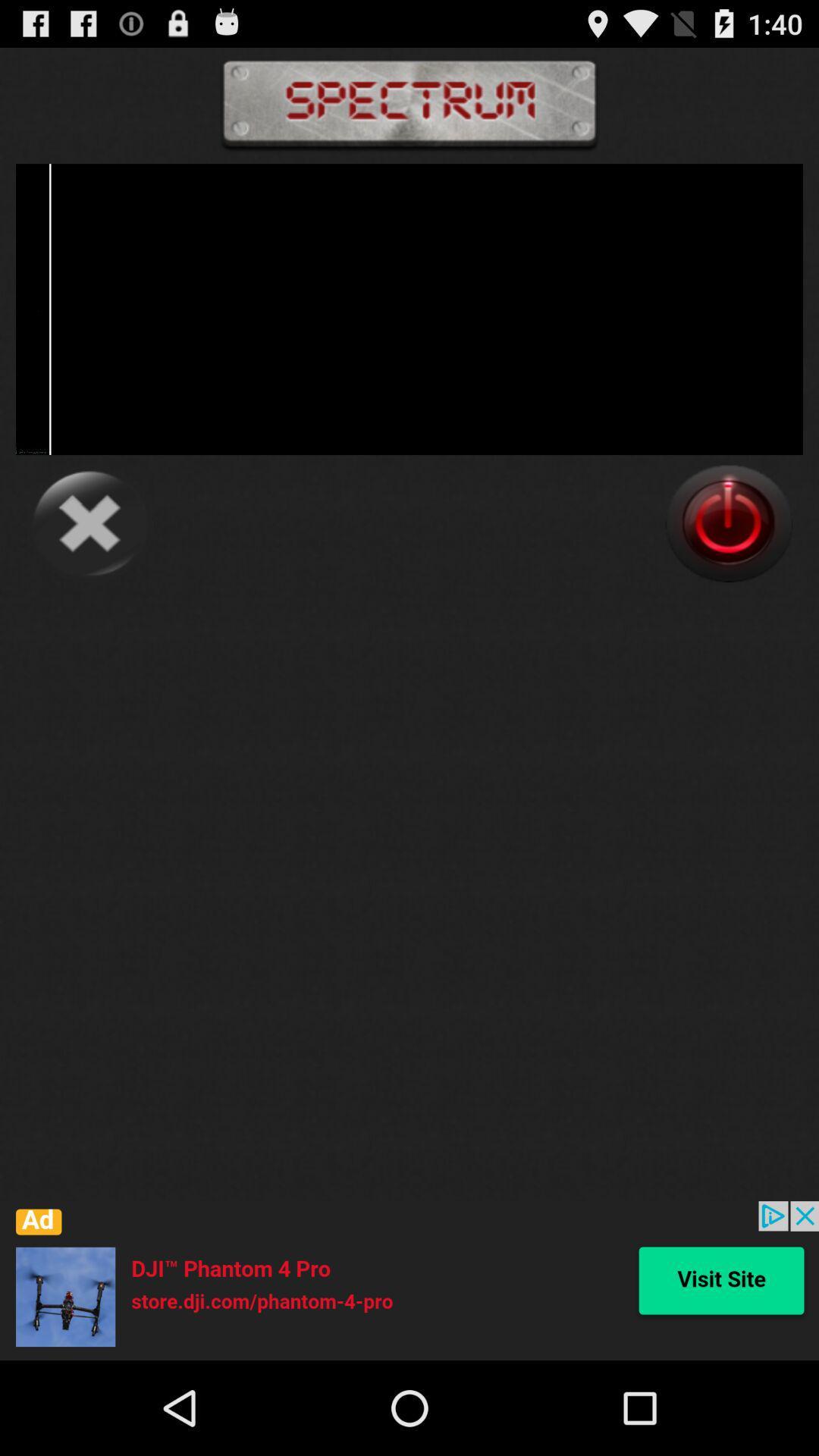  What do you see at coordinates (89, 560) in the screenshot?
I see `the close icon` at bounding box center [89, 560].